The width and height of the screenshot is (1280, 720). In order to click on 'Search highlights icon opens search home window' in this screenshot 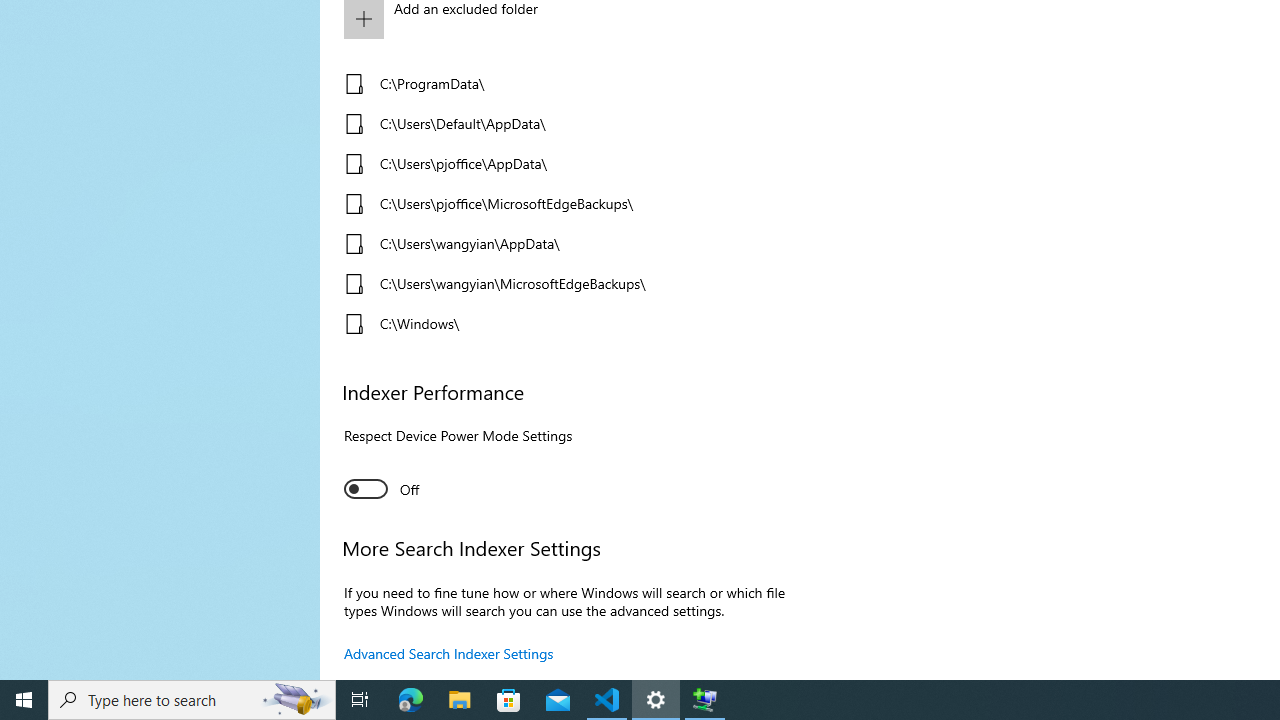, I will do `click(294, 698)`.